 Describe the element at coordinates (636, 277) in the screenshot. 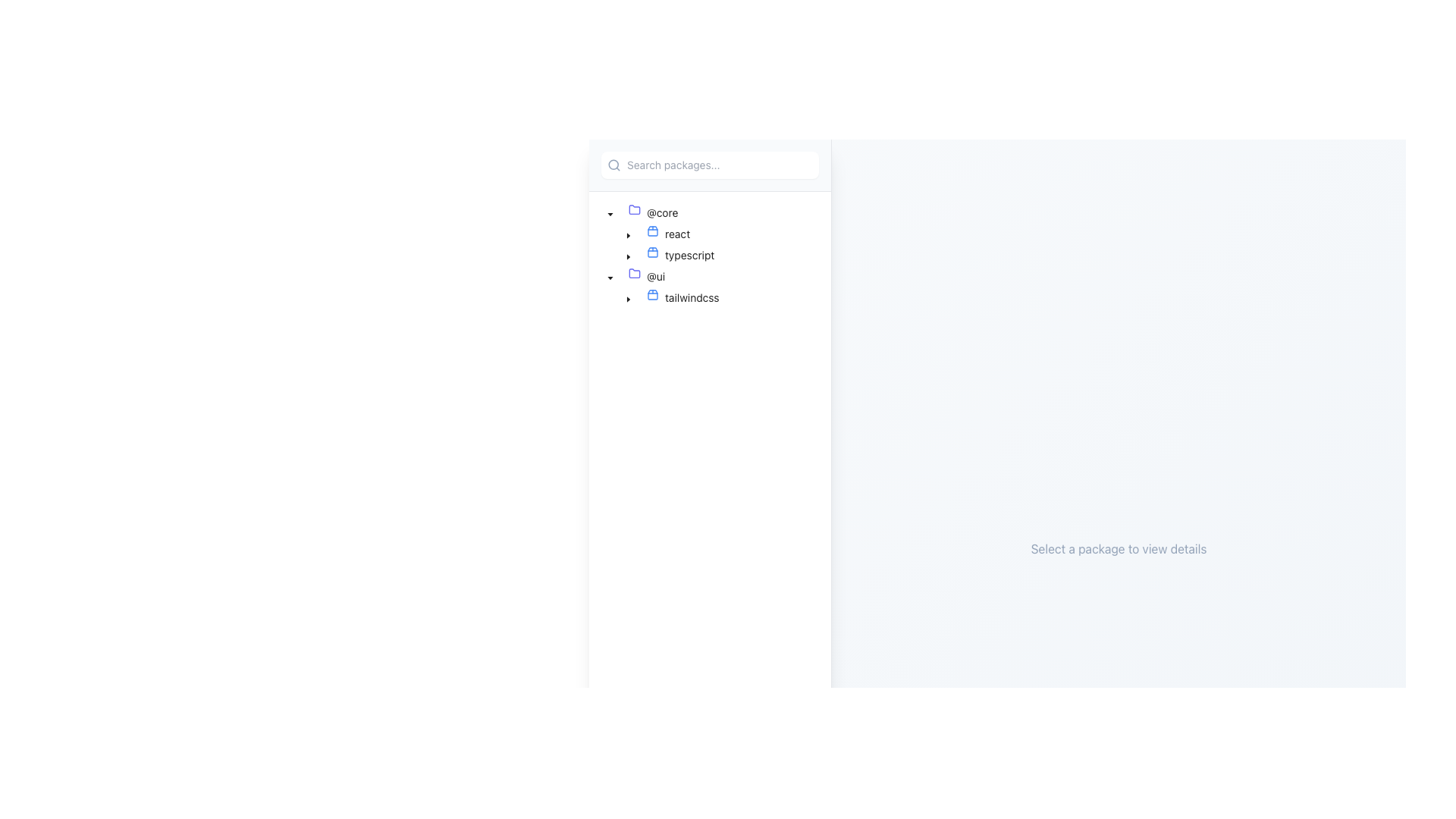

I see `the expandable tree node labeled '@ui'` at that location.